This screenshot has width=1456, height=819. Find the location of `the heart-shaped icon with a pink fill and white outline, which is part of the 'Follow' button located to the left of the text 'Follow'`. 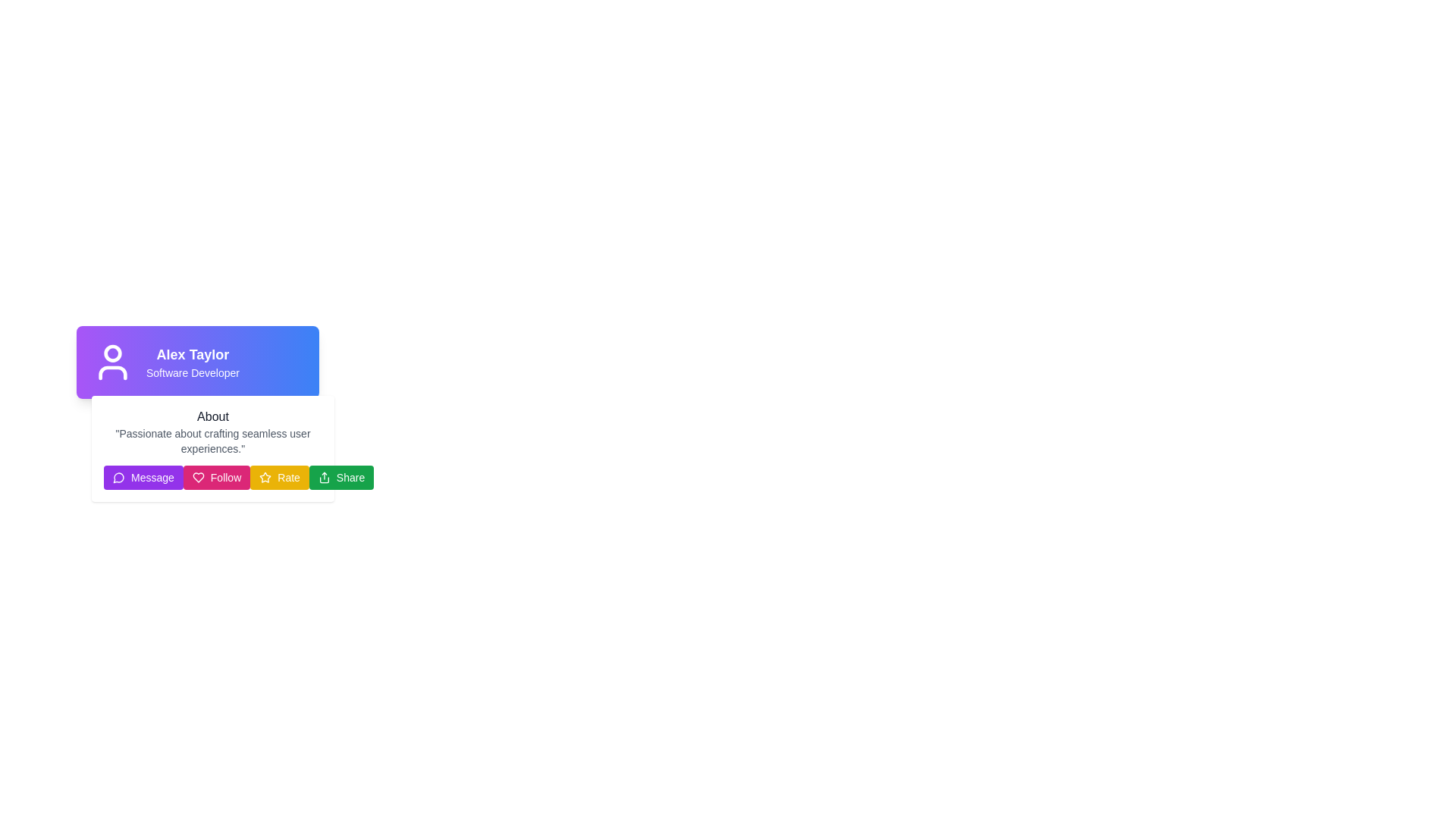

the heart-shaped icon with a pink fill and white outline, which is part of the 'Follow' button located to the left of the text 'Follow' is located at coordinates (197, 476).